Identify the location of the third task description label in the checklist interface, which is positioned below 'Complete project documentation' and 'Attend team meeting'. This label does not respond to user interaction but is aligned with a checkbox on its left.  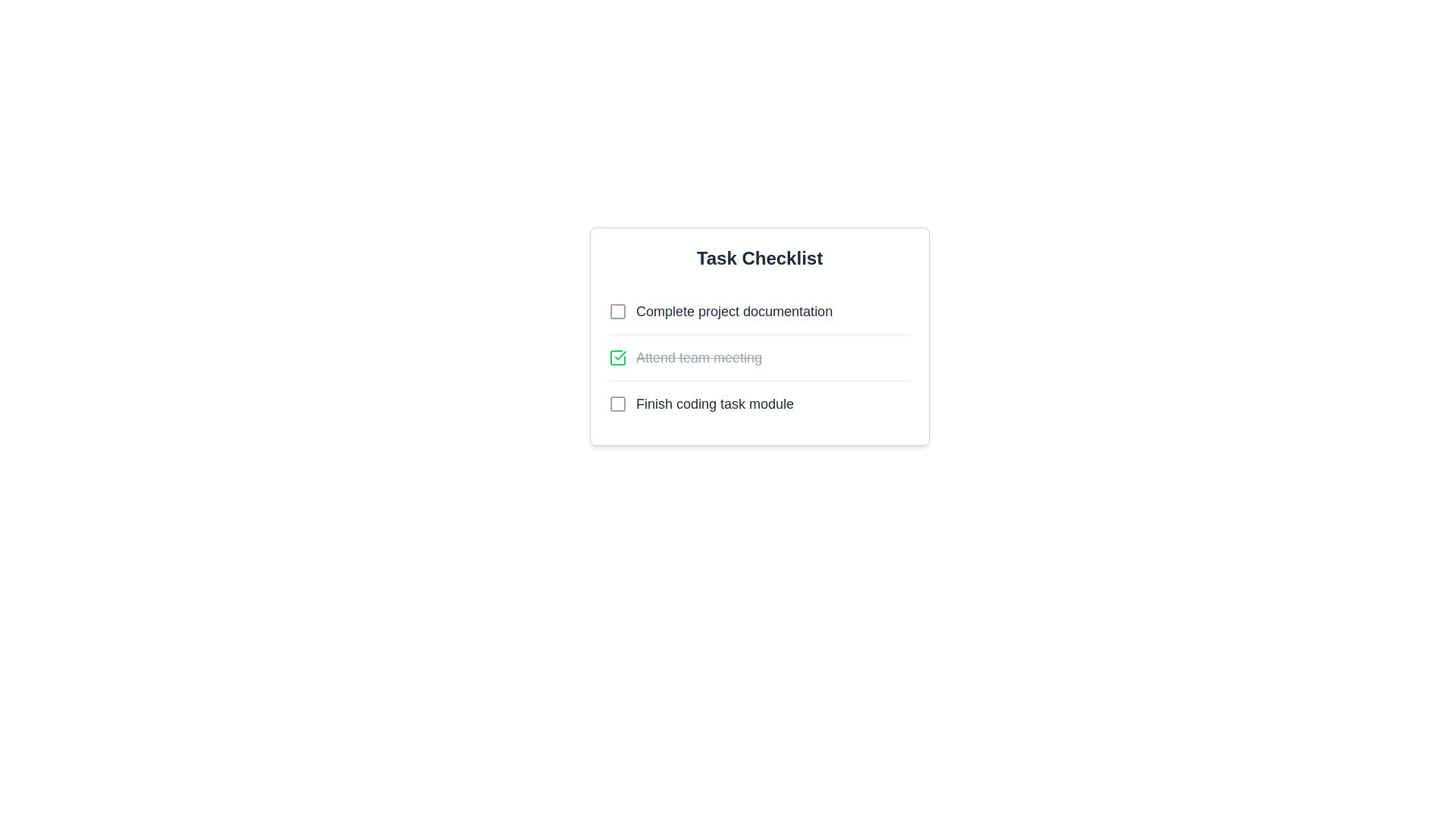
(714, 403).